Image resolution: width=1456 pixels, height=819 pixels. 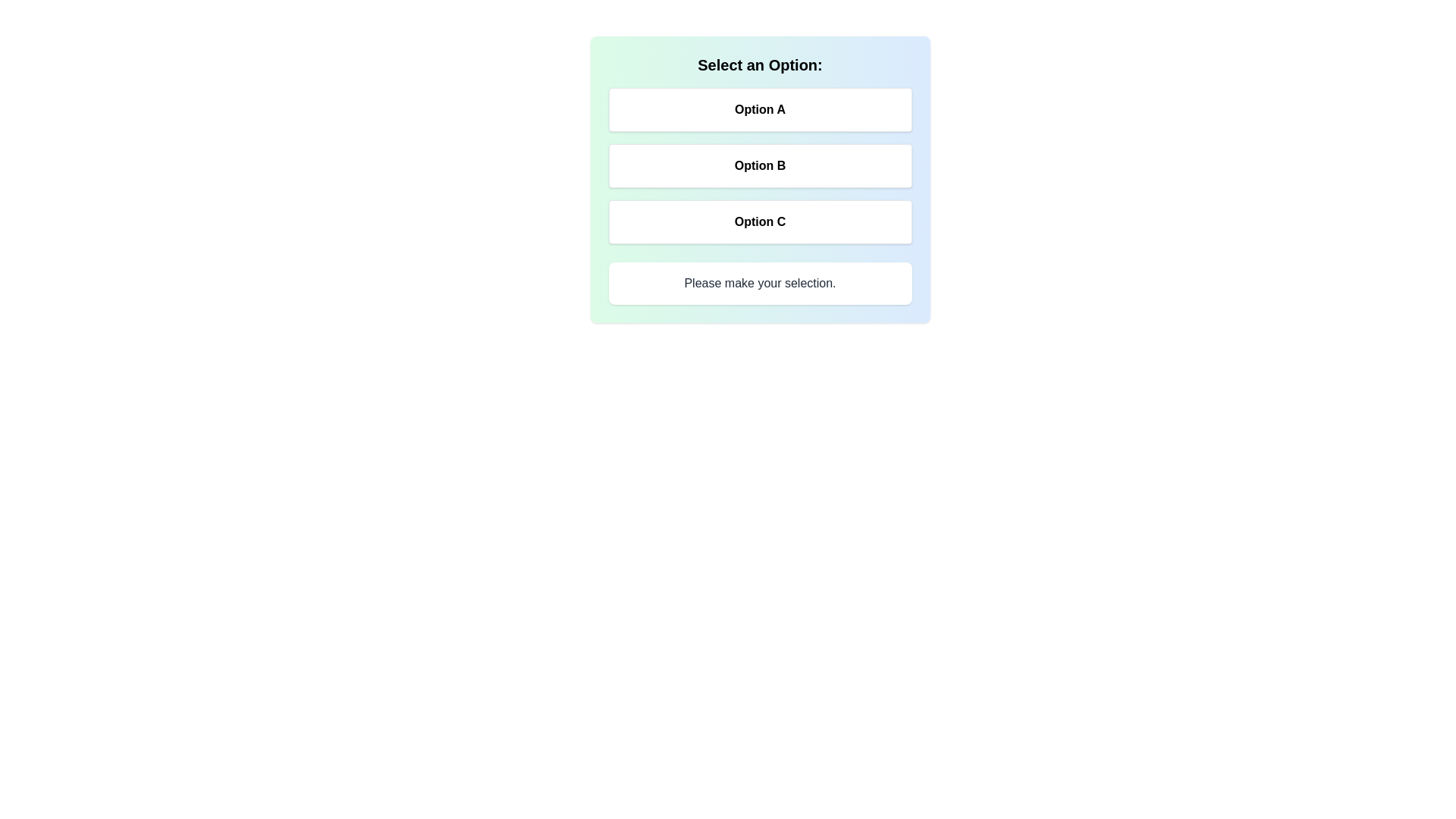 What do you see at coordinates (760, 109) in the screenshot?
I see `the 'Option A' text label, which is styled in bold and located within a button-like structure in the interactive list under the header 'Select an Option:'` at bounding box center [760, 109].